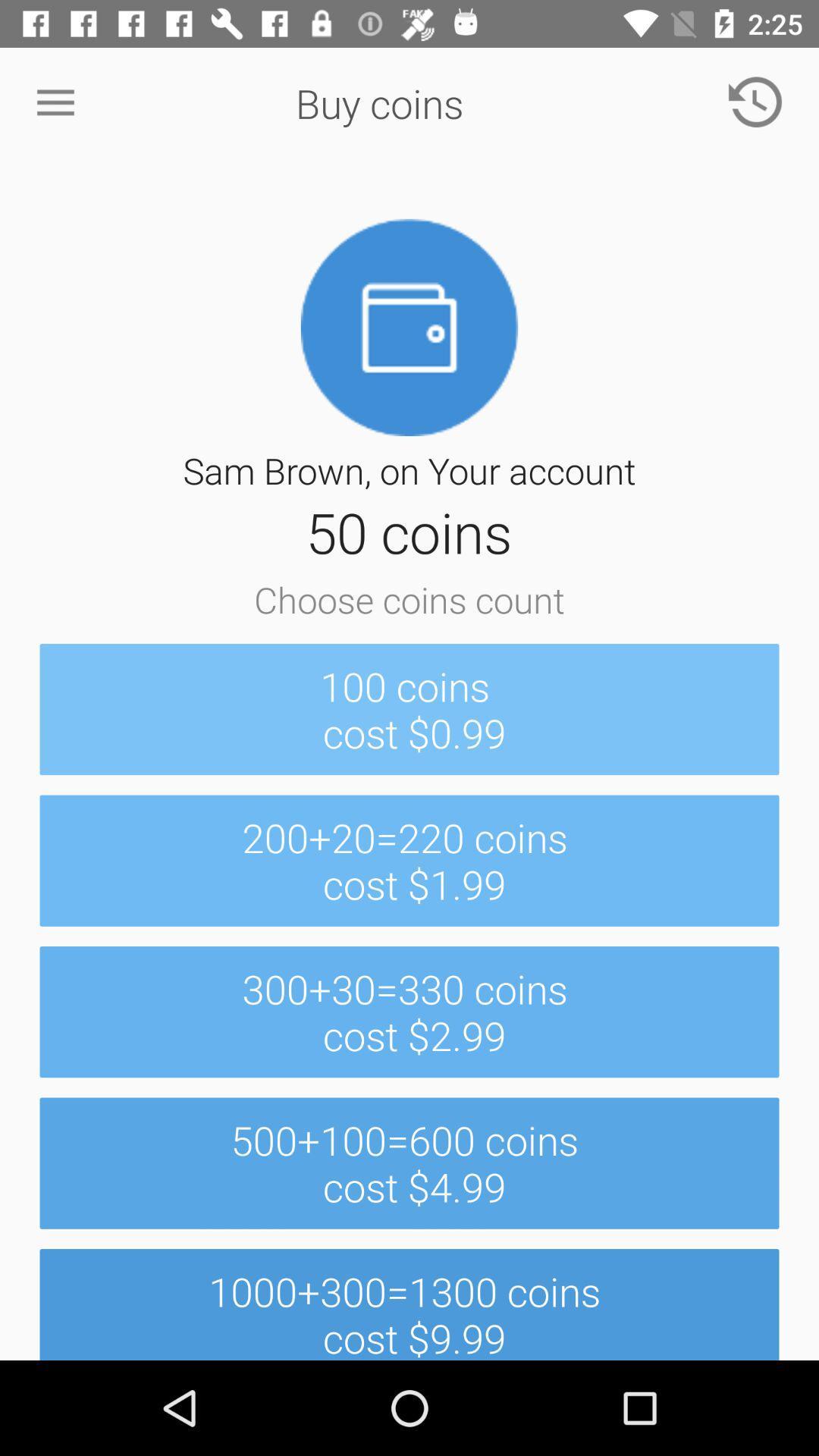  What do you see at coordinates (55, 102) in the screenshot?
I see `item at the top left corner` at bounding box center [55, 102].